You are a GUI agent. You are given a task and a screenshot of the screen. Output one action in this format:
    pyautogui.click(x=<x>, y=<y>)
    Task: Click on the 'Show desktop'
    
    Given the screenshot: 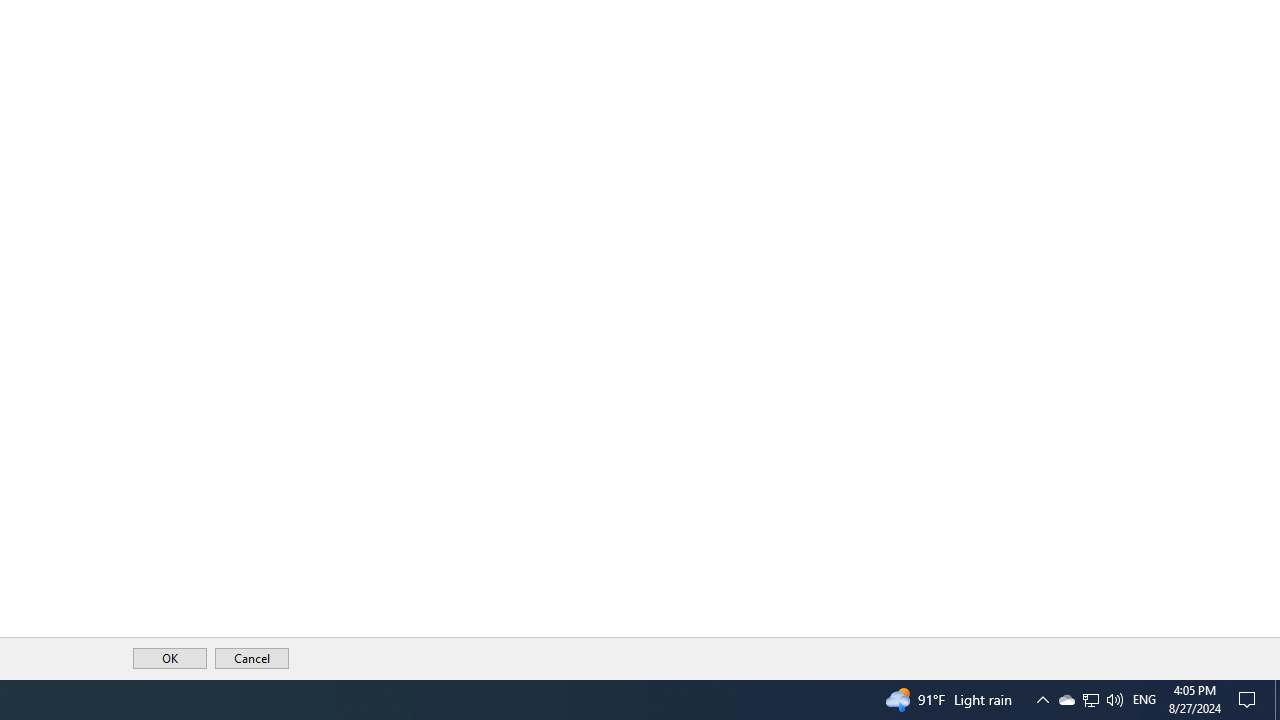 What is the action you would take?
    pyautogui.click(x=1276, y=698)
    